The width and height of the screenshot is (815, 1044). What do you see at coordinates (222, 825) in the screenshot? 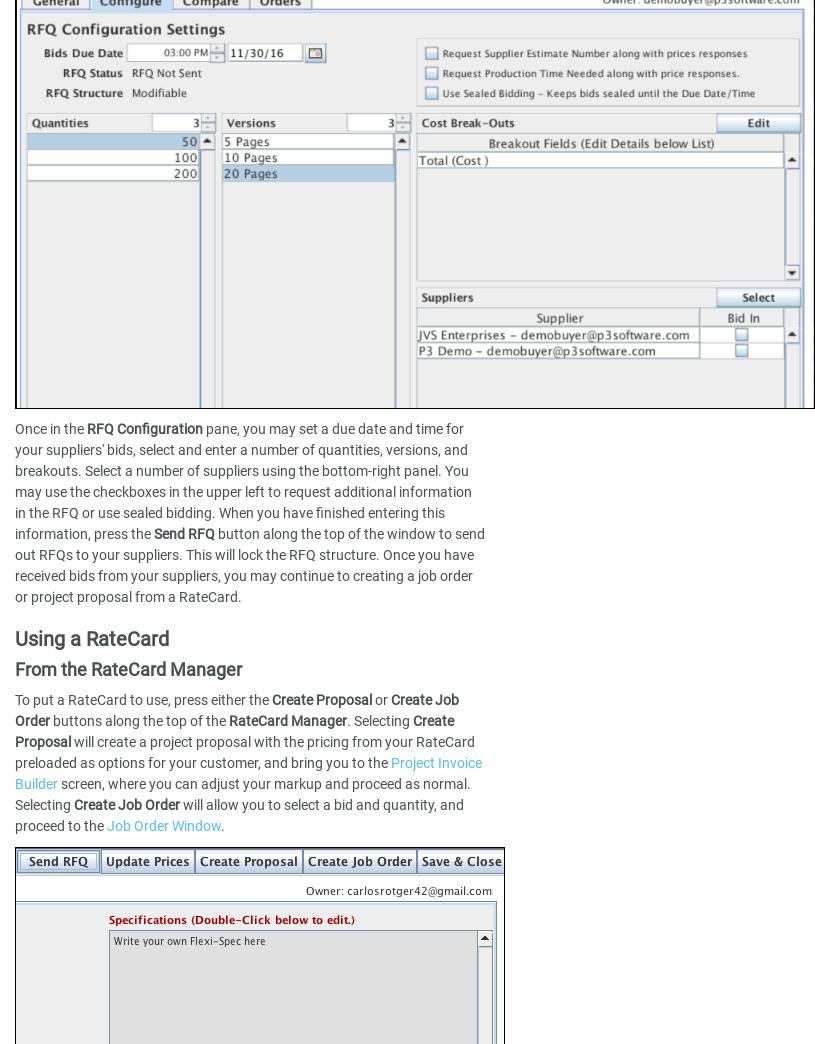
I see `'.'` at bounding box center [222, 825].